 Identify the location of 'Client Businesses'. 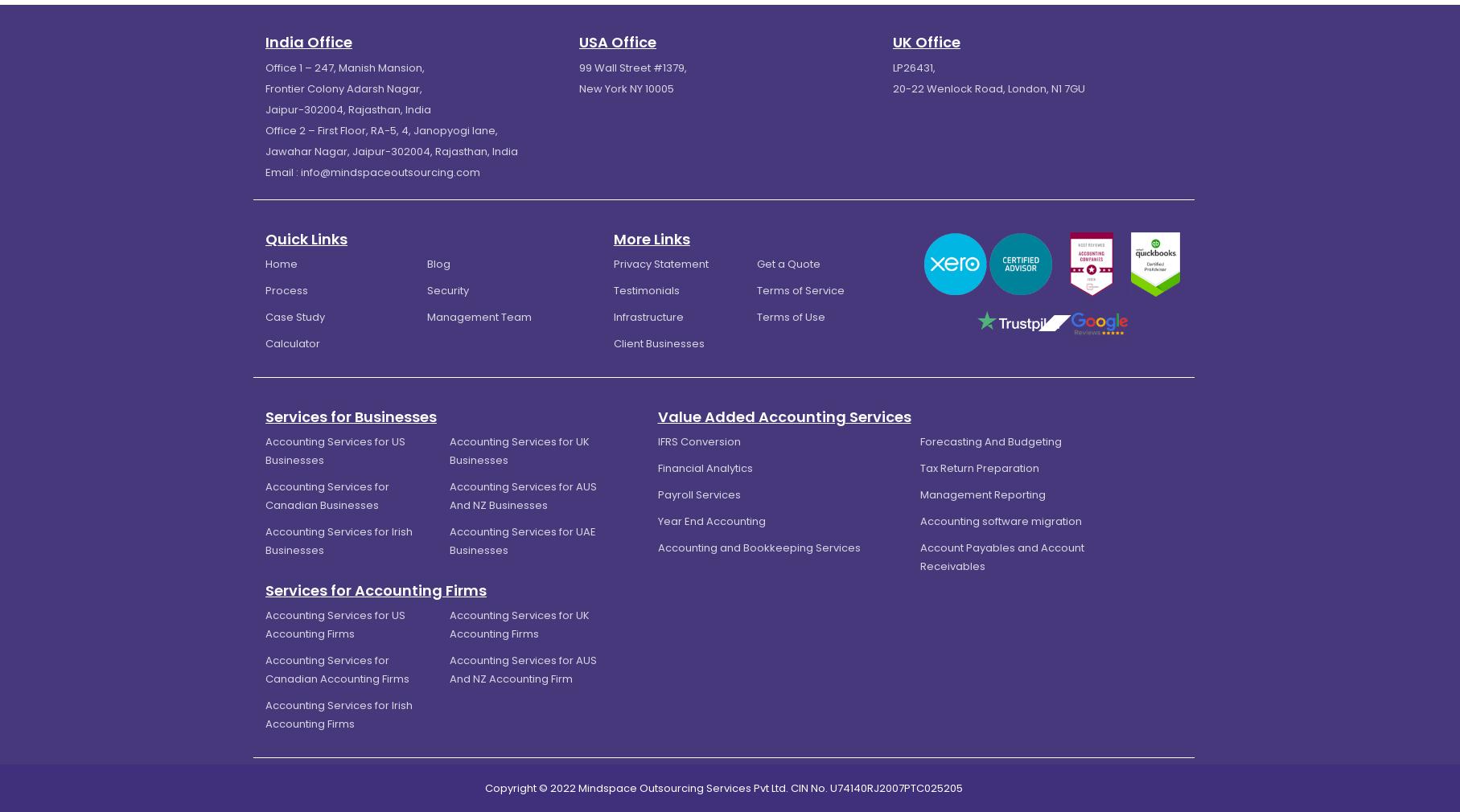
(658, 342).